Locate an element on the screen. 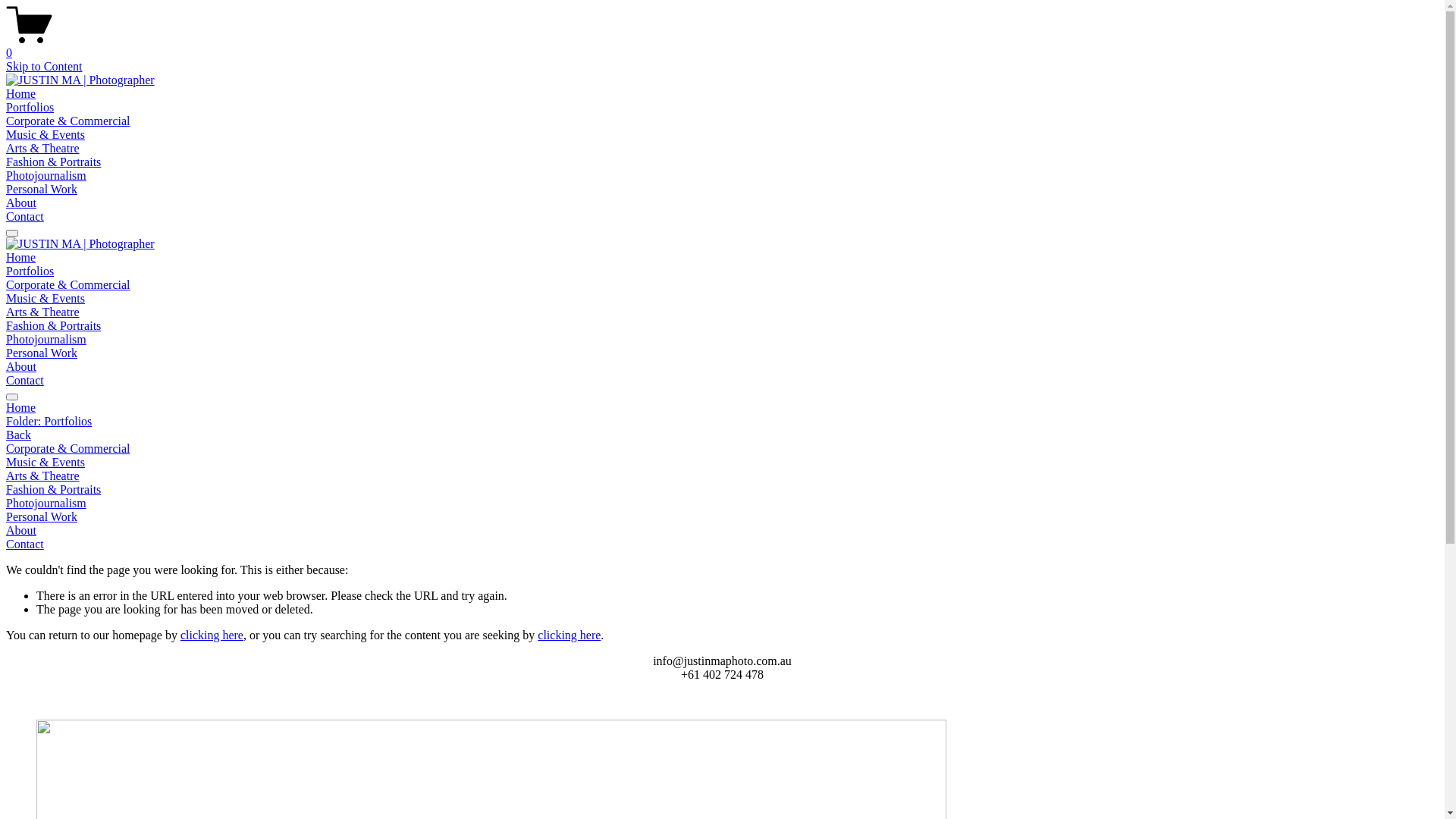  'Home' is located at coordinates (721, 406).